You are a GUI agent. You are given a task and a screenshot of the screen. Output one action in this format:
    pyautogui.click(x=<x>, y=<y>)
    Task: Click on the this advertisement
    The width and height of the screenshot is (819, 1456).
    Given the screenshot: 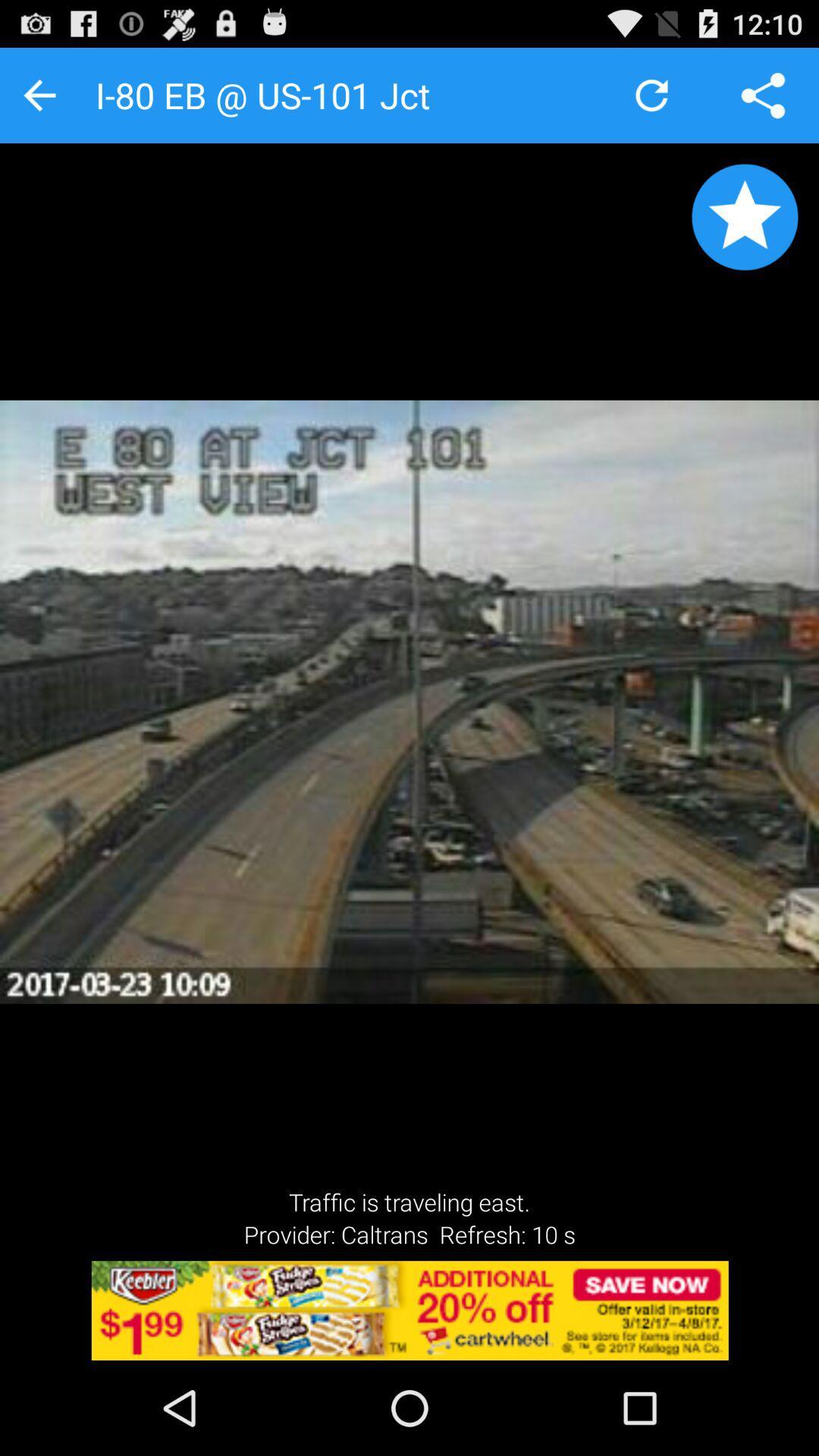 What is the action you would take?
    pyautogui.click(x=409, y=1310)
    